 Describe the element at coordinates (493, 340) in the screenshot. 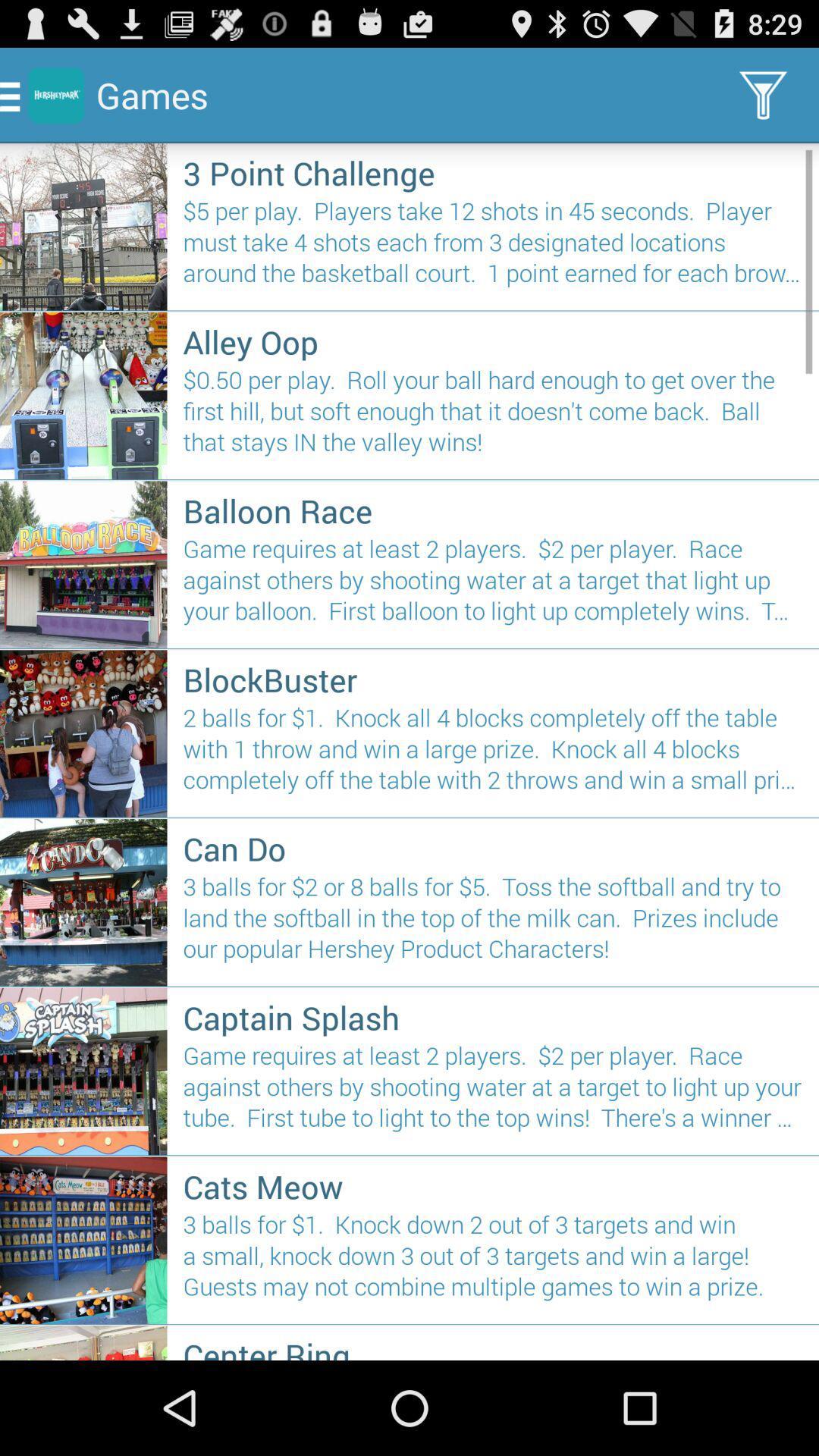

I see `the icon above 0 50 per item` at that location.